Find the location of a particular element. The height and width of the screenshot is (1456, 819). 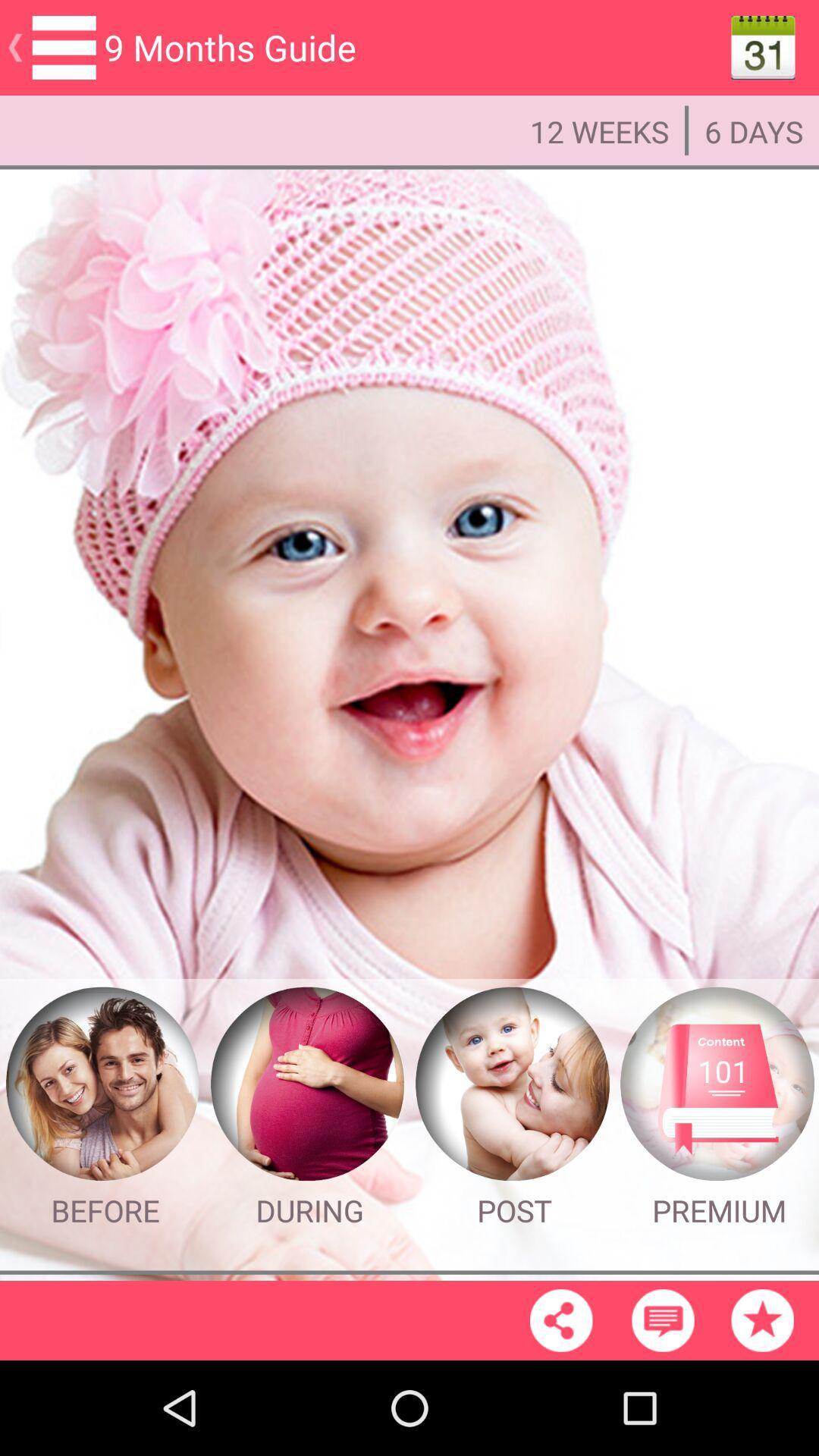

post to a social media group is located at coordinates (512, 1084).